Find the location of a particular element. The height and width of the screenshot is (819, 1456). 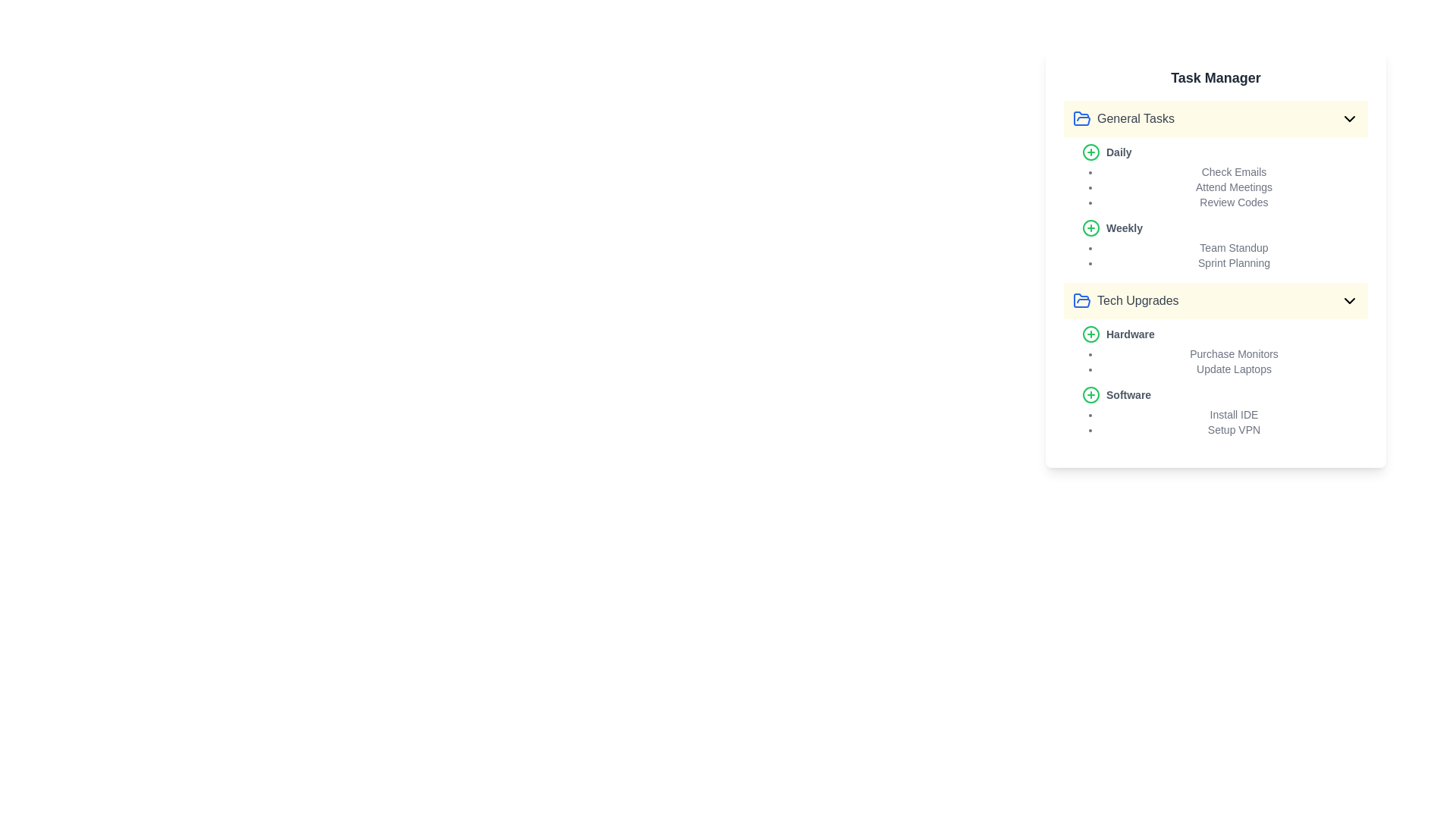

the blue folder icon with rounded corners located to the left of the 'General Tasks' text is located at coordinates (1081, 118).